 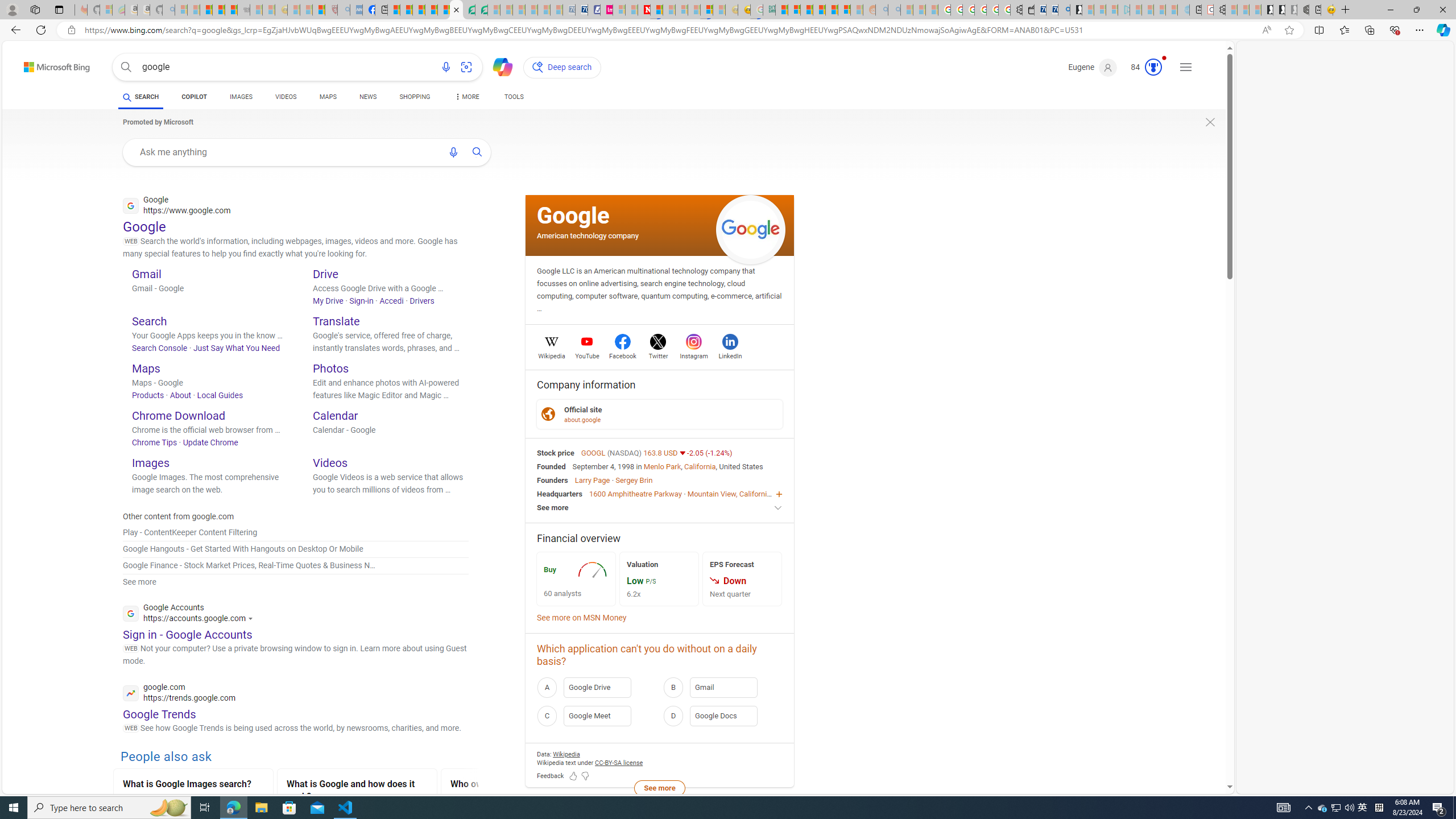 I want to click on 'American technology company', so click(x=588, y=235).